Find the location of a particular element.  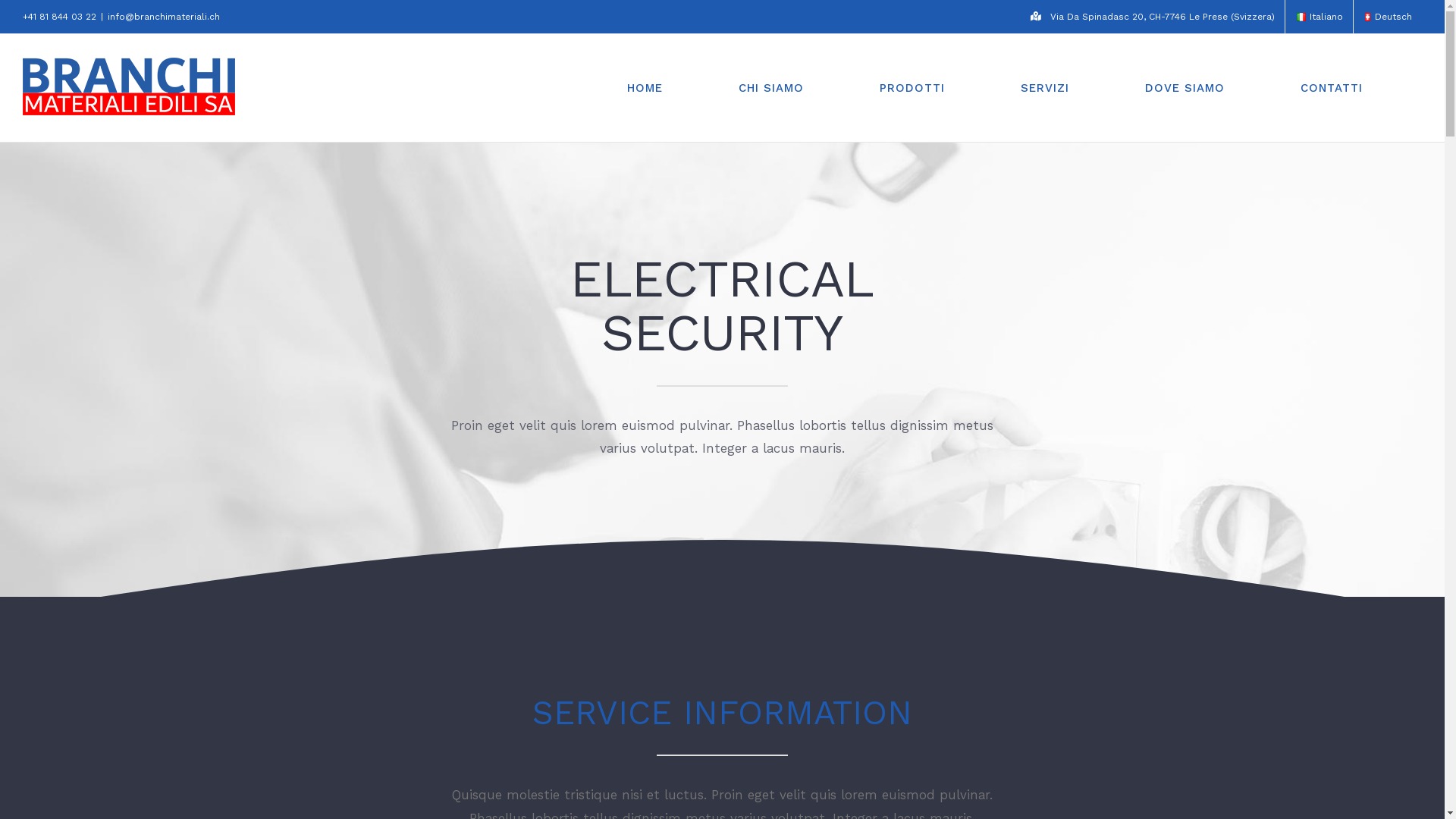

'Via Da Spinadasc 20, CH-7746 Le Prese (Svizzera)' is located at coordinates (1153, 17).